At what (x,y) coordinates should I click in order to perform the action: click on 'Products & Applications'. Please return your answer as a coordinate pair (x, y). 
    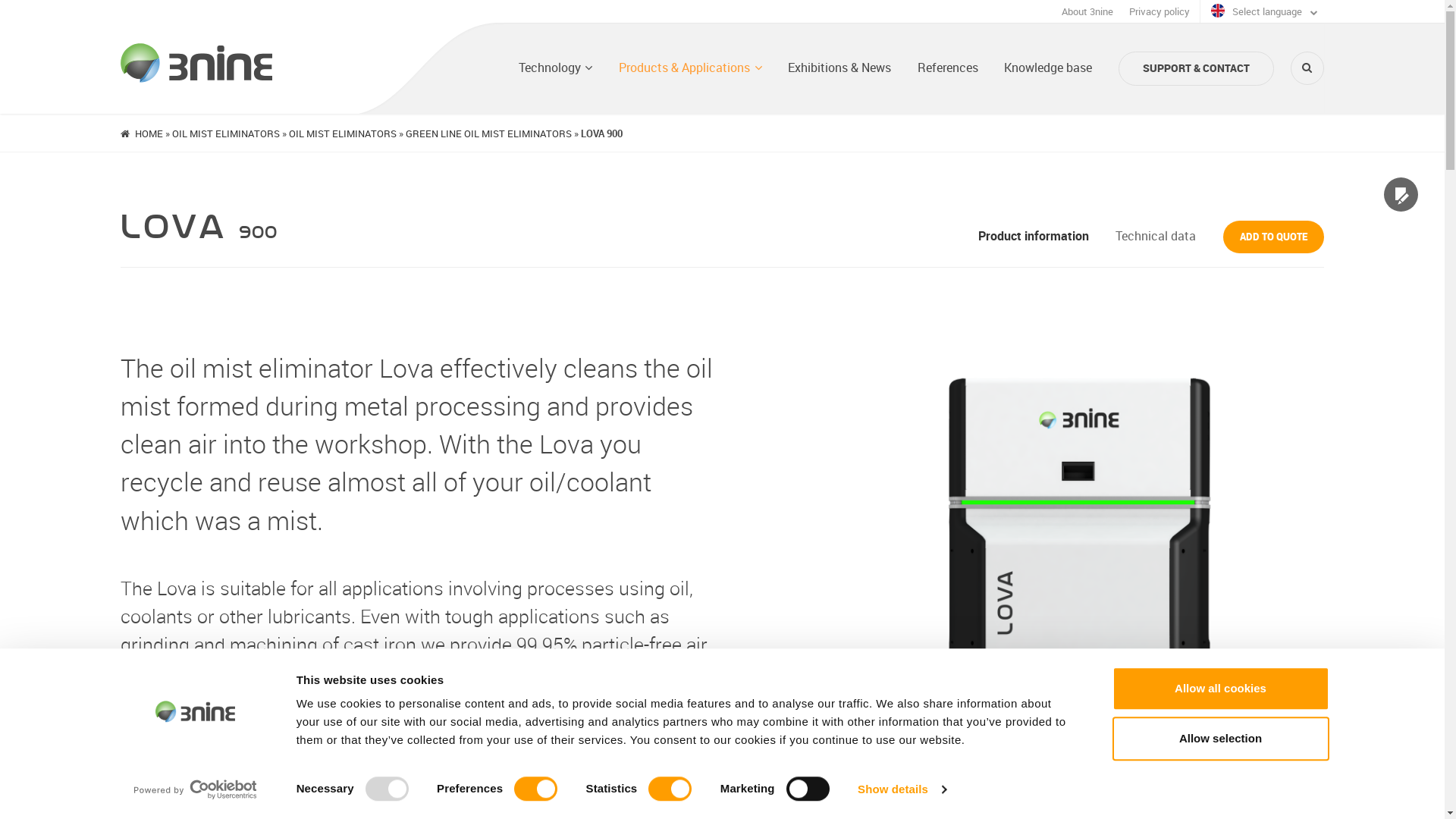
    Looking at the image, I should click on (689, 67).